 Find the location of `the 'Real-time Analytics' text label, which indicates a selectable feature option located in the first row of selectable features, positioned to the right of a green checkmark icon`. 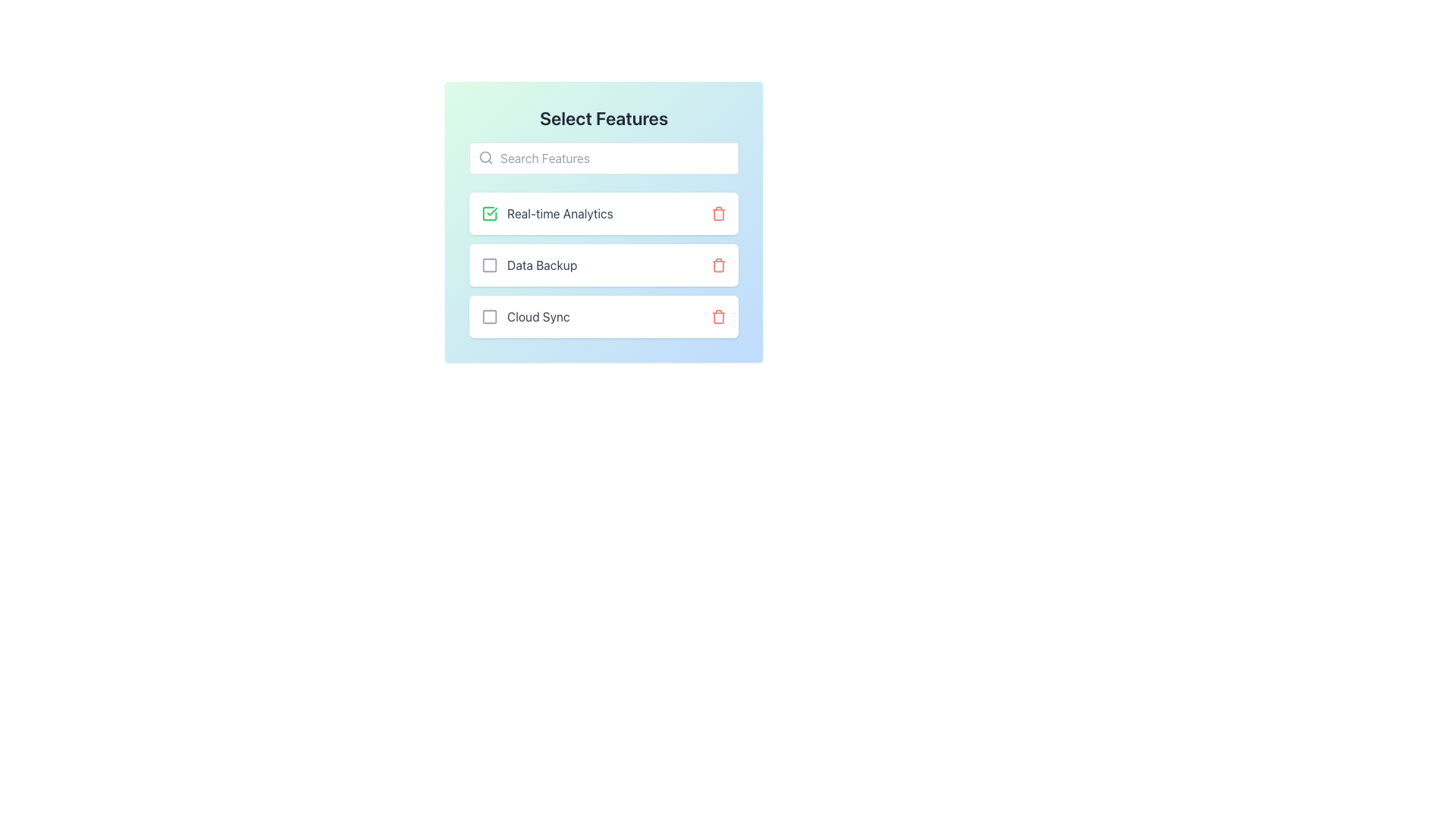

the 'Real-time Analytics' text label, which indicates a selectable feature option located in the first row of selectable features, positioned to the right of a green checkmark icon is located at coordinates (559, 213).